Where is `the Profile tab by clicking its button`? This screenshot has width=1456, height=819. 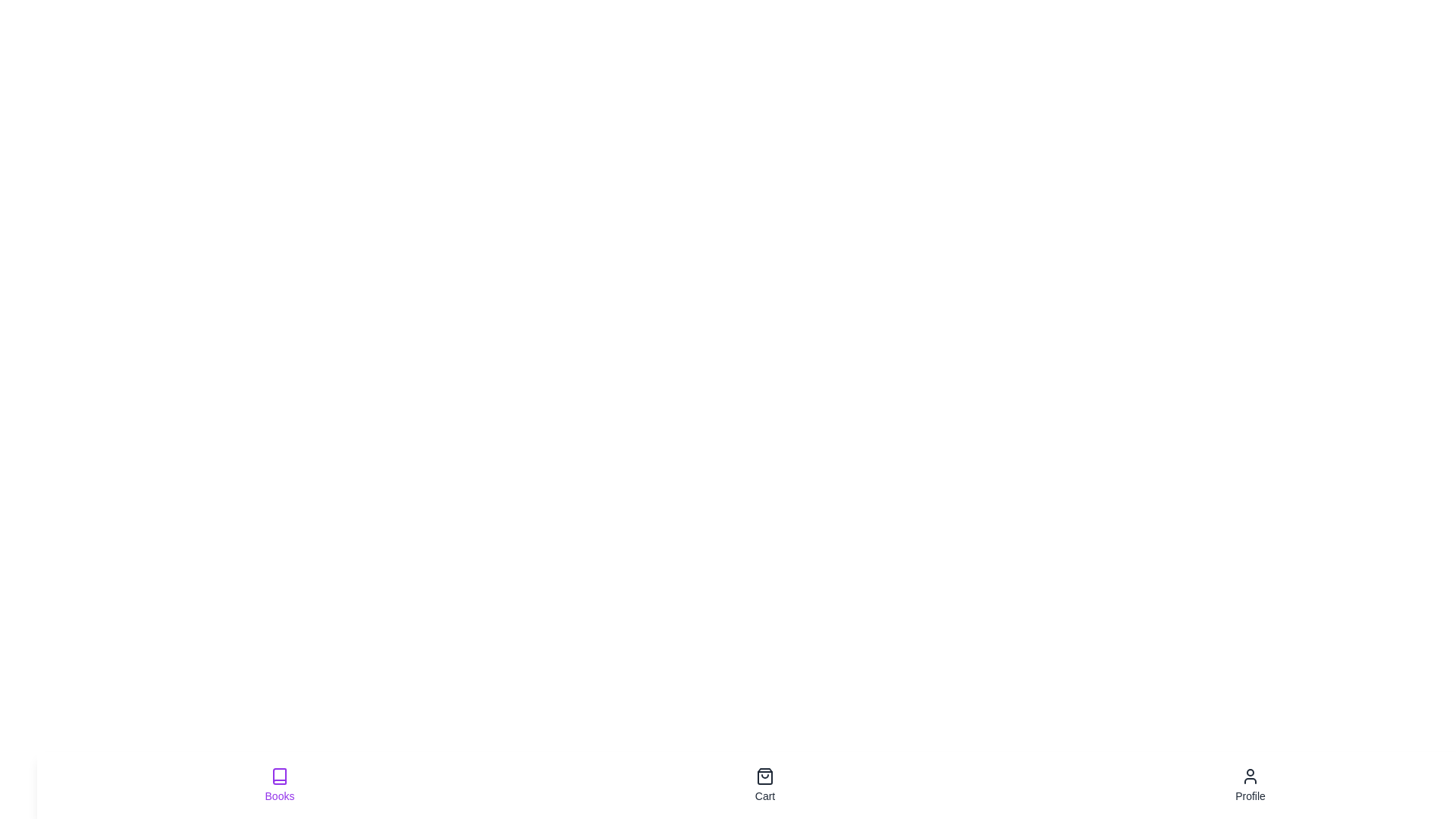
the Profile tab by clicking its button is located at coordinates (1250, 785).